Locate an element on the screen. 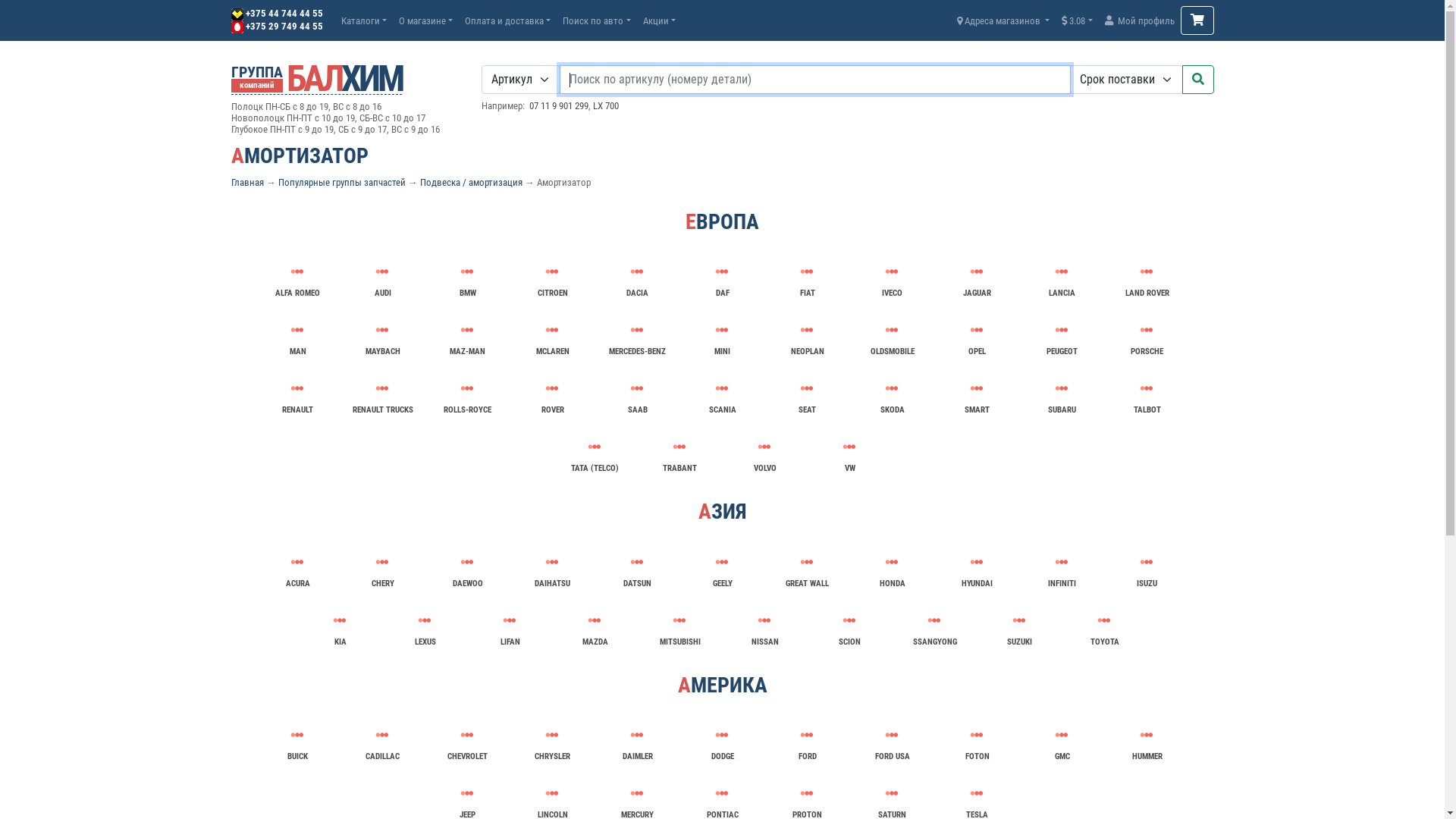  'LANCIA' is located at coordinates (1061, 271).